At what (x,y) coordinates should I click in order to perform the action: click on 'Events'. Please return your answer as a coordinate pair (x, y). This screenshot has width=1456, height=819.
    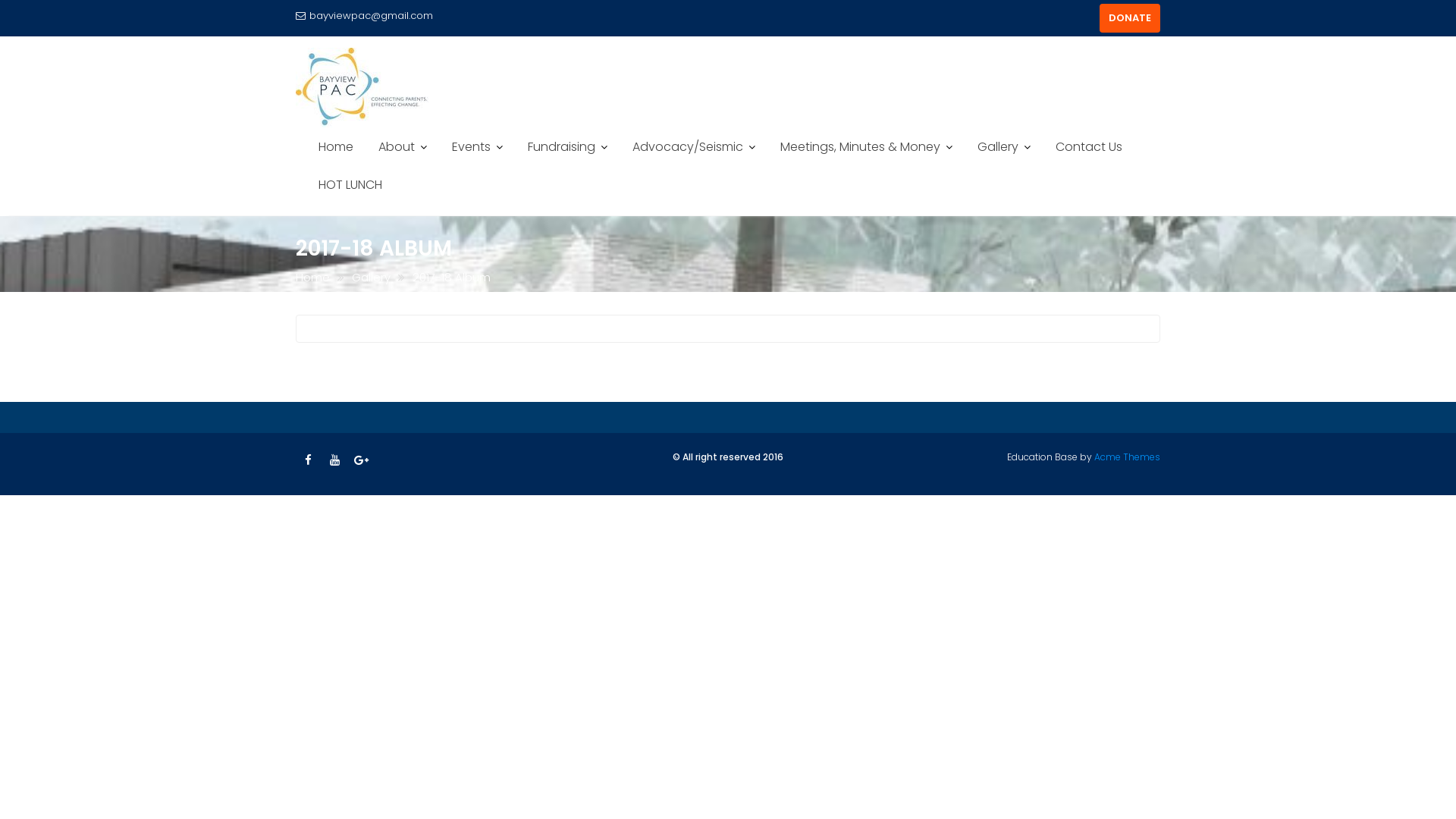
    Looking at the image, I should click on (439, 146).